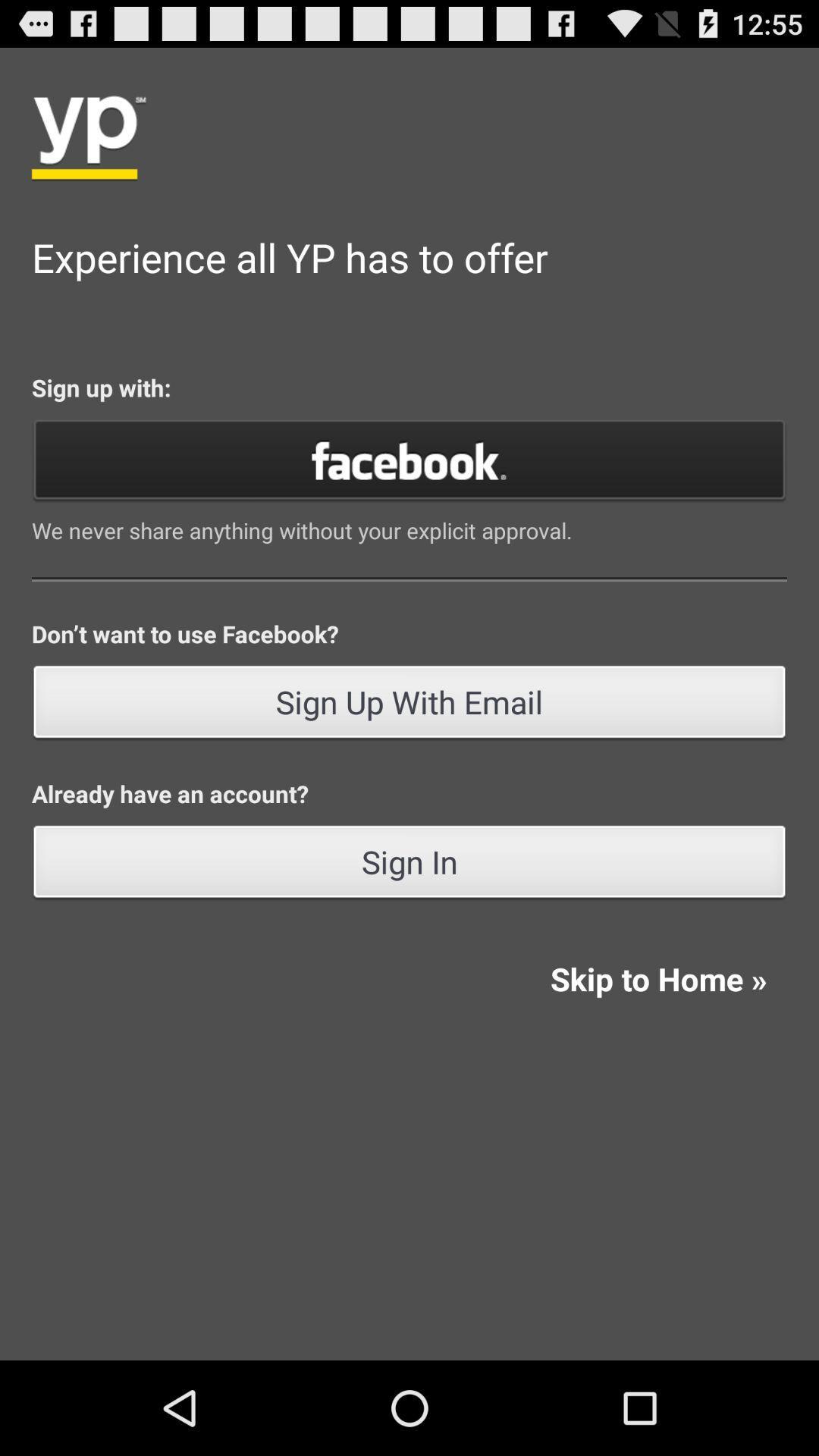 The width and height of the screenshot is (819, 1456). Describe the element at coordinates (409, 458) in the screenshot. I see `the item below the sign up with:` at that location.